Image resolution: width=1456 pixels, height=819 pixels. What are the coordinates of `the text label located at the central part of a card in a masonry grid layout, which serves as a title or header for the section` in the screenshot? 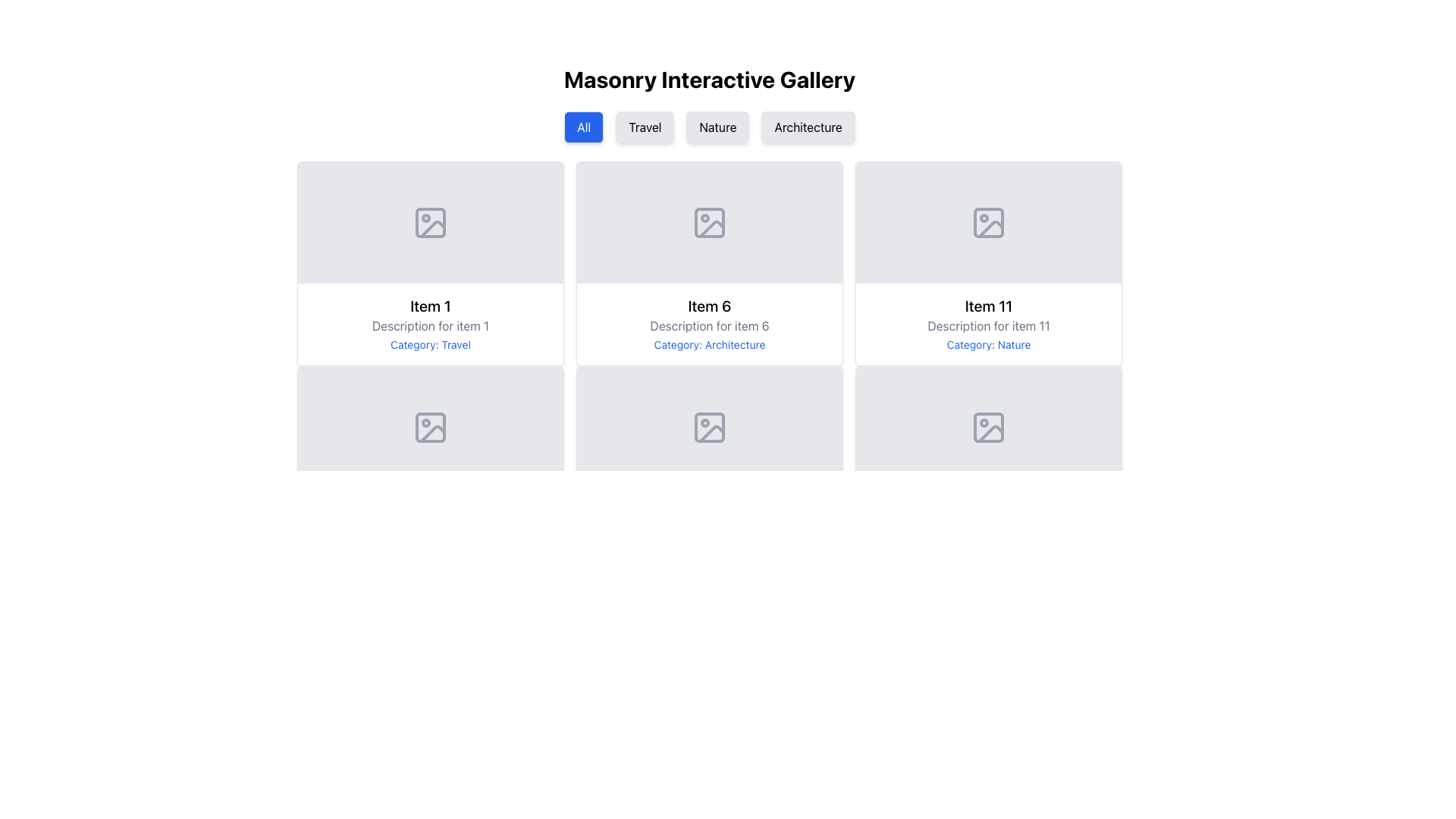 It's located at (709, 306).